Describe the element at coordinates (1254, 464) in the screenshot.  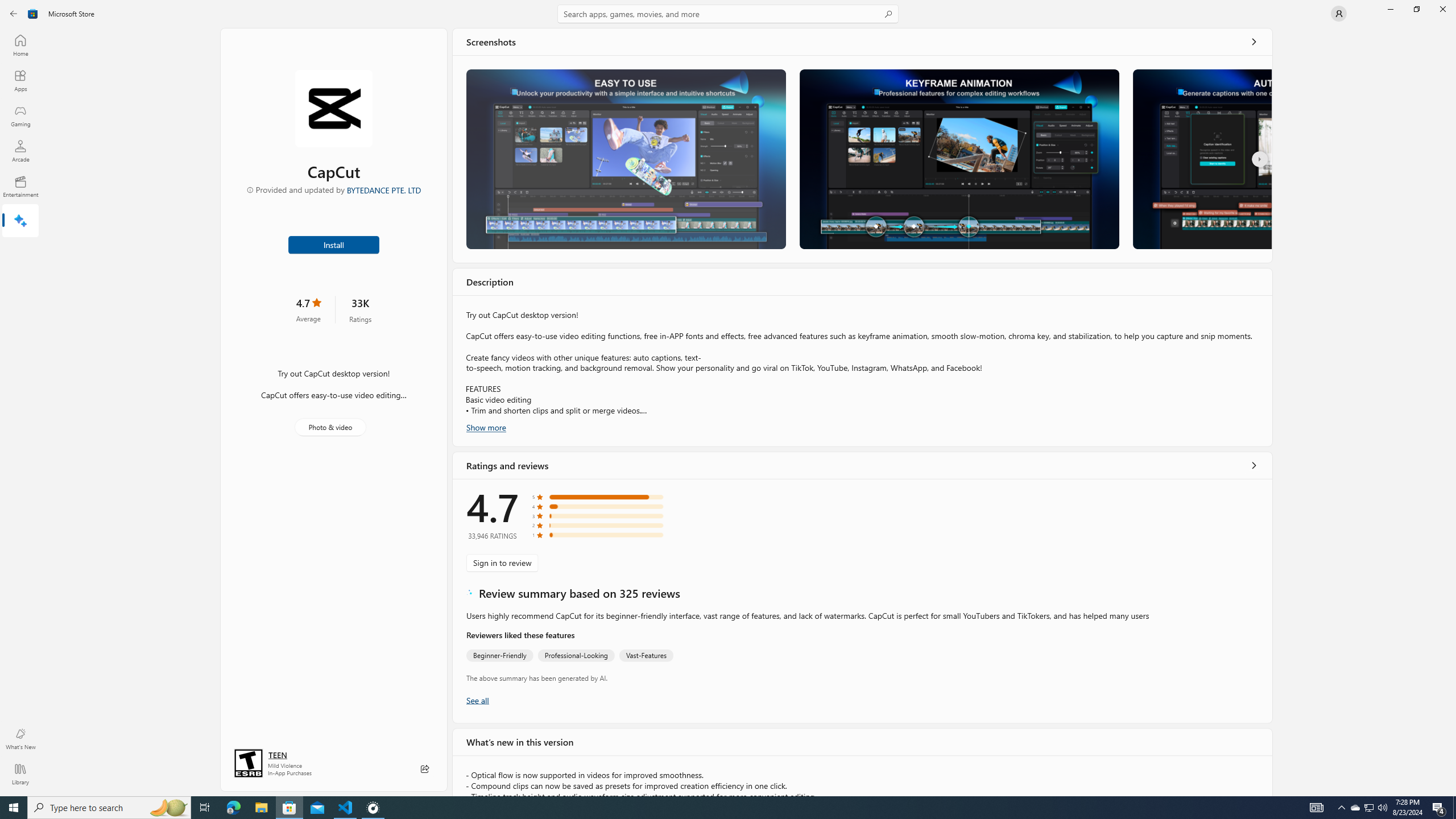
I see `'Show all ratings and reviews'` at that location.